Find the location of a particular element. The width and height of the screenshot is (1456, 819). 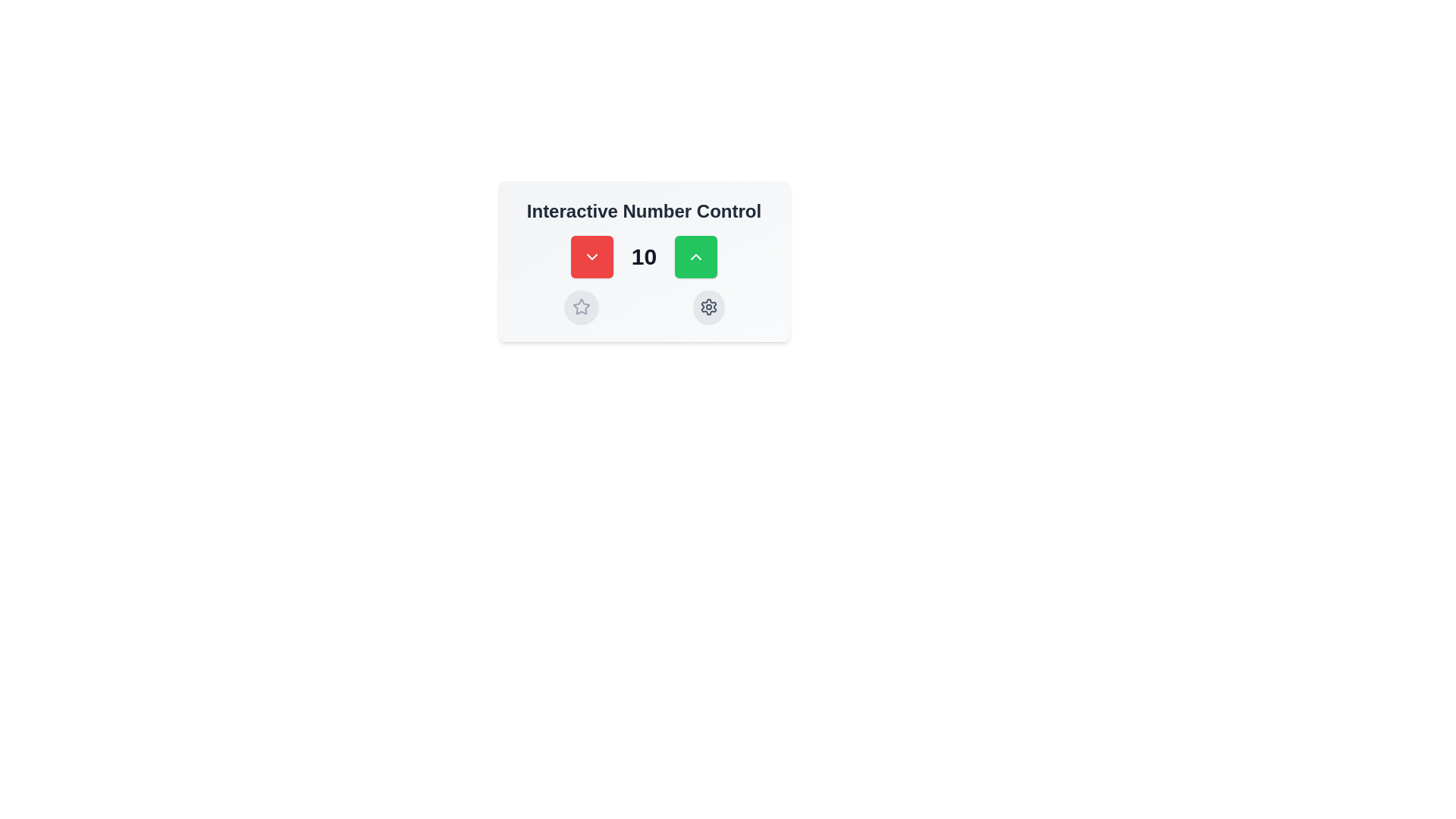

the star-shaped icon button located at the bottom-left corner of the control group is located at coordinates (580, 307).